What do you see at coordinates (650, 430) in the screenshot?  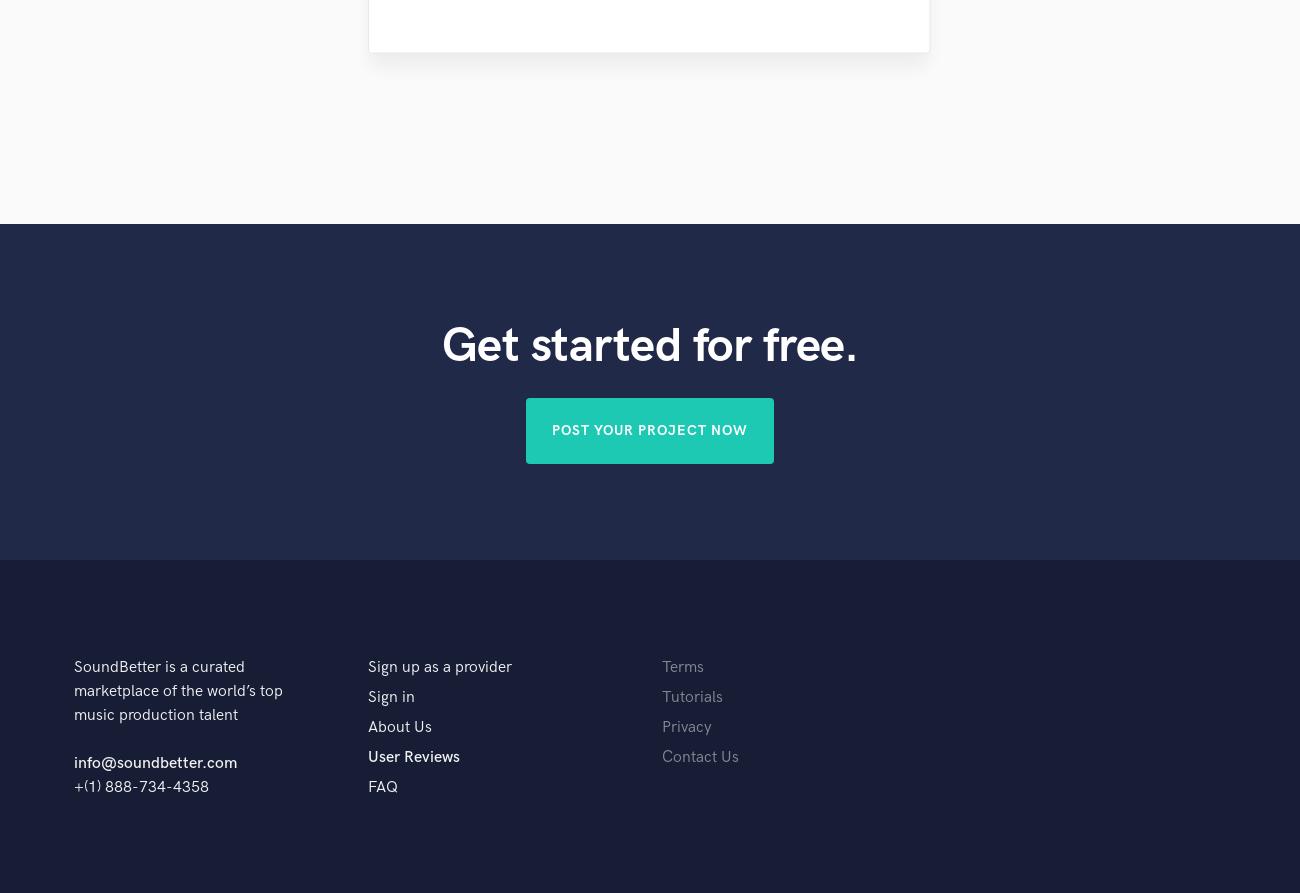 I see `'Post Your Project Now'` at bounding box center [650, 430].